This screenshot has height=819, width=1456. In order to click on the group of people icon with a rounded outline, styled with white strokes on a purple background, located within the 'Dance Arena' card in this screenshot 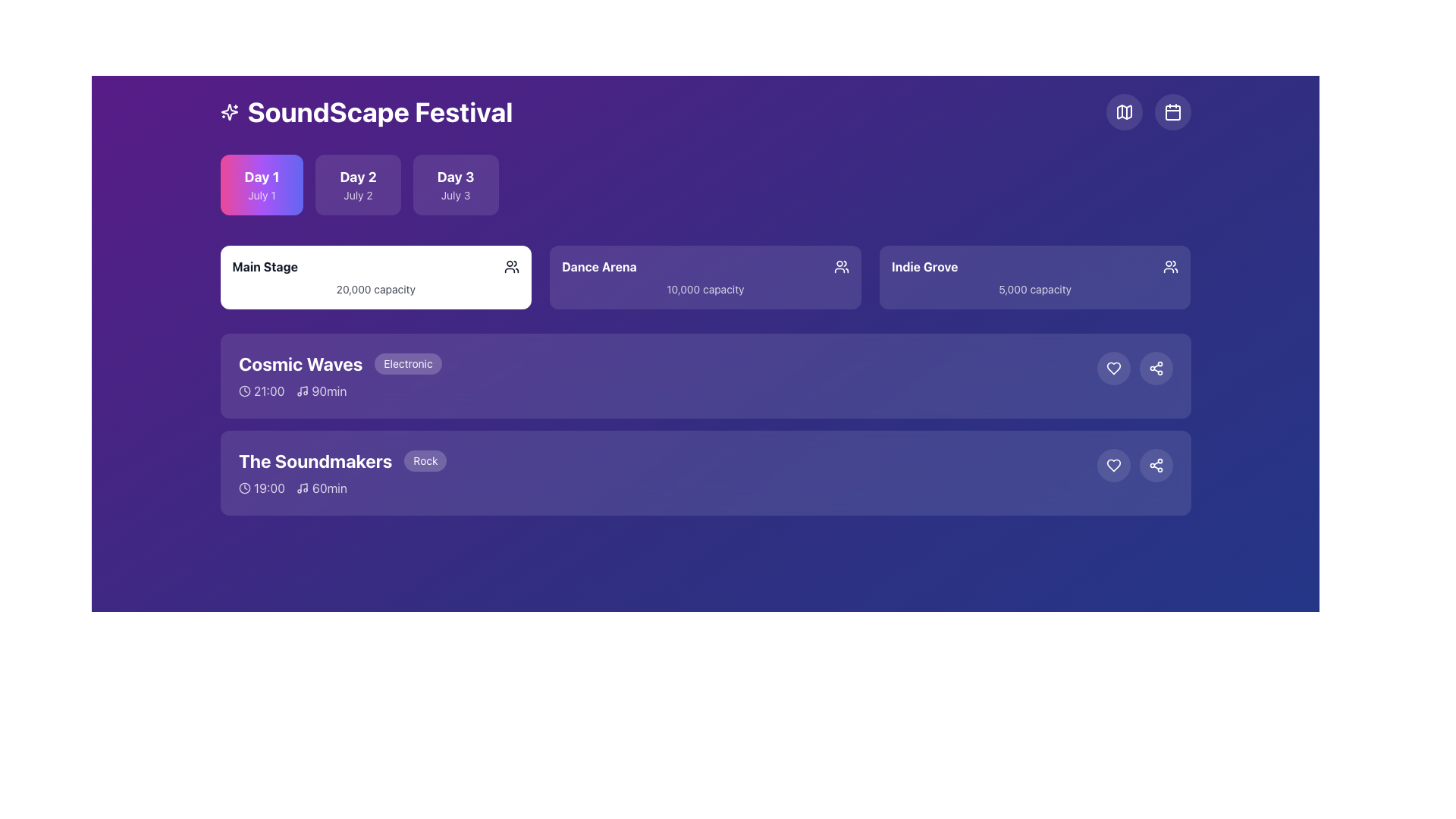, I will do `click(840, 265)`.